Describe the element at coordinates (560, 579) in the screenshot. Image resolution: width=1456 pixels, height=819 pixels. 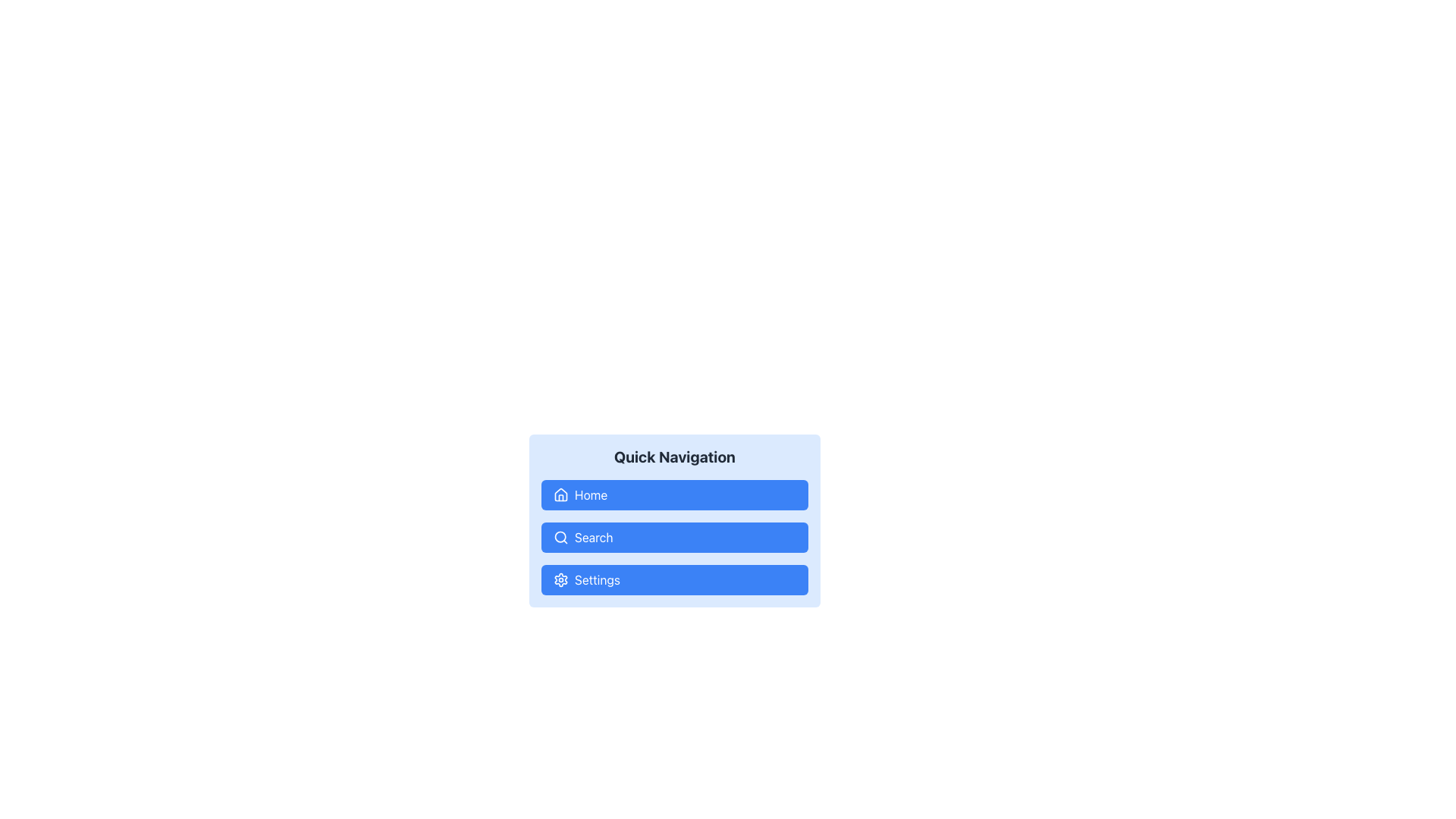
I see `the gear icon in the 'Quick Navigation' section` at that location.